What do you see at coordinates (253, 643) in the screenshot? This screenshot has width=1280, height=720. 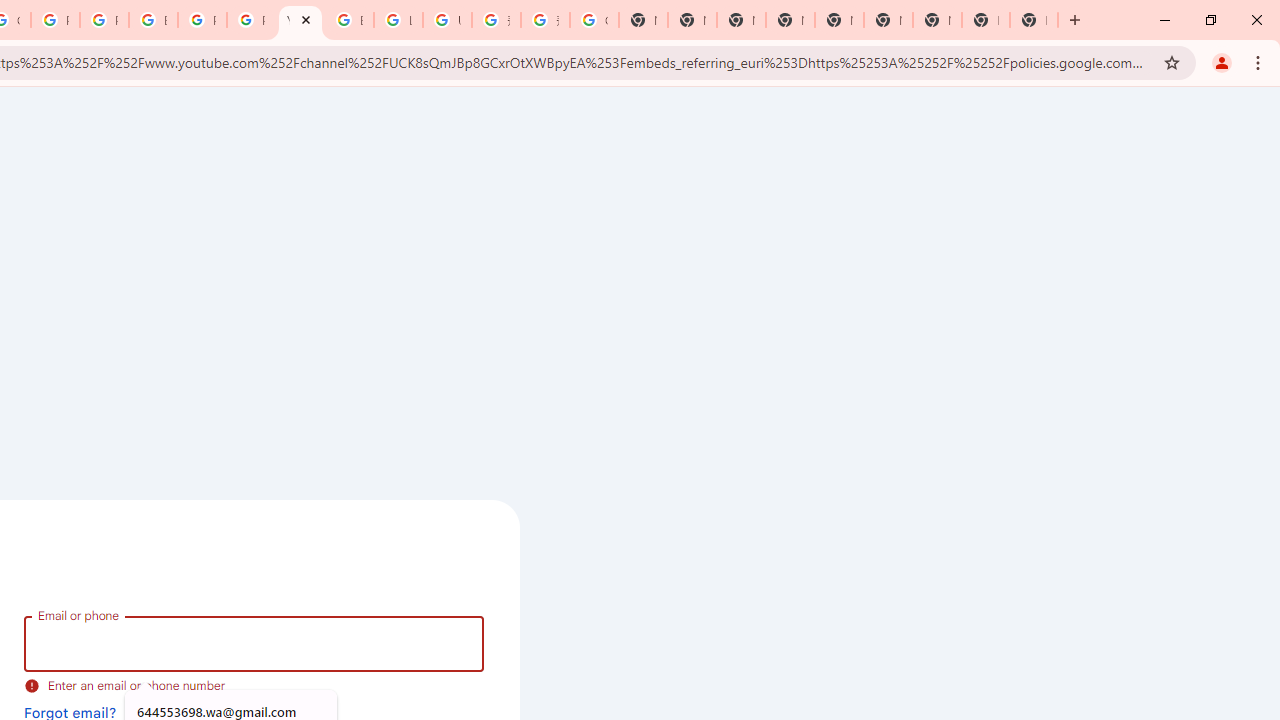 I see `'Email or phone'` at bounding box center [253, 643].